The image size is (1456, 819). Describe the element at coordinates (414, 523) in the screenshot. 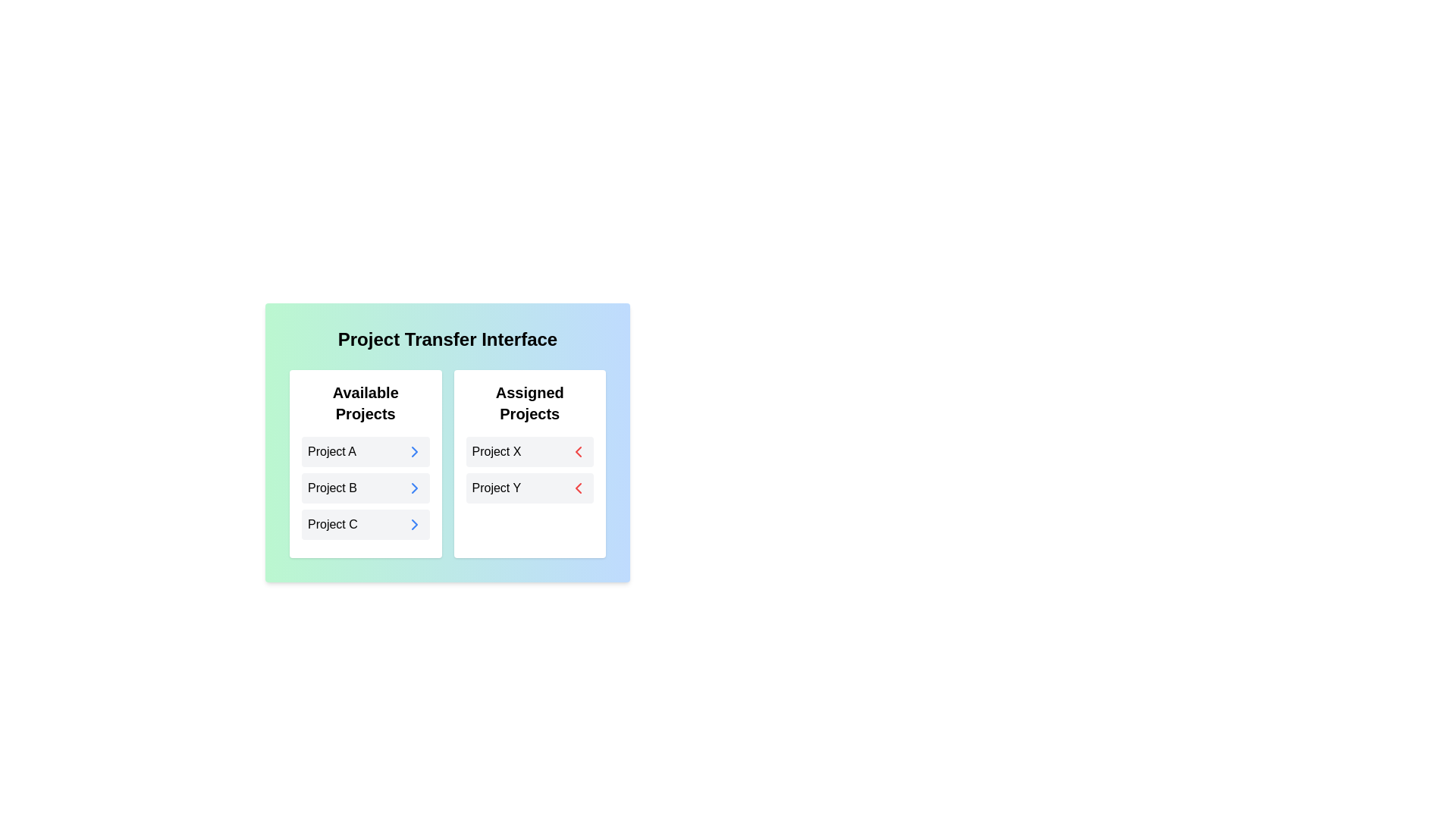

I see `the blue rightward arrow button next to the text 'Project C' to initiate an action` at that location.